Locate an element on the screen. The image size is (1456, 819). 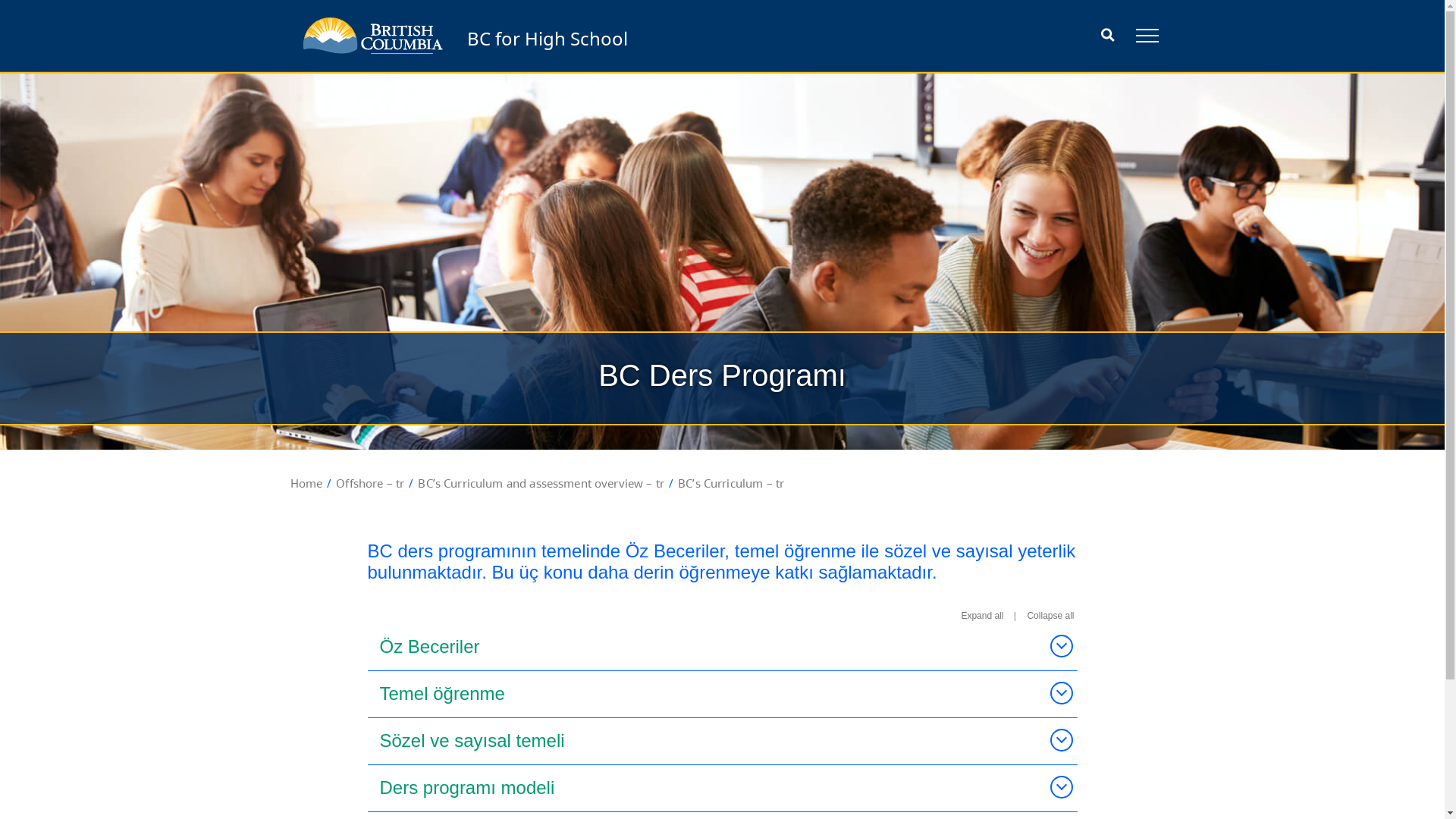
'Expand all' is located at coordinates (982, 616).